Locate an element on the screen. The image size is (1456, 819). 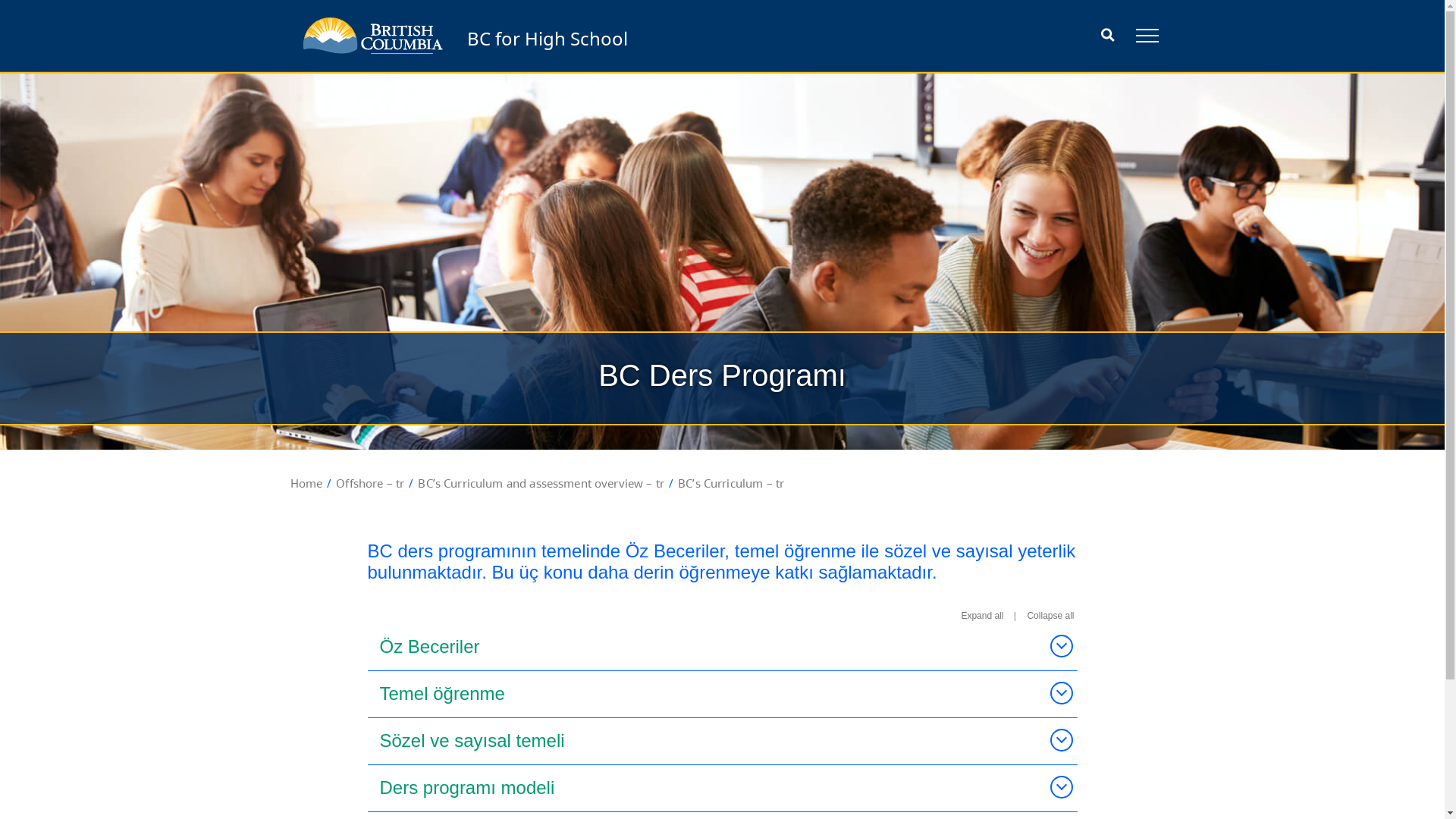
'Expand all' is located at coordinates (982, 616).